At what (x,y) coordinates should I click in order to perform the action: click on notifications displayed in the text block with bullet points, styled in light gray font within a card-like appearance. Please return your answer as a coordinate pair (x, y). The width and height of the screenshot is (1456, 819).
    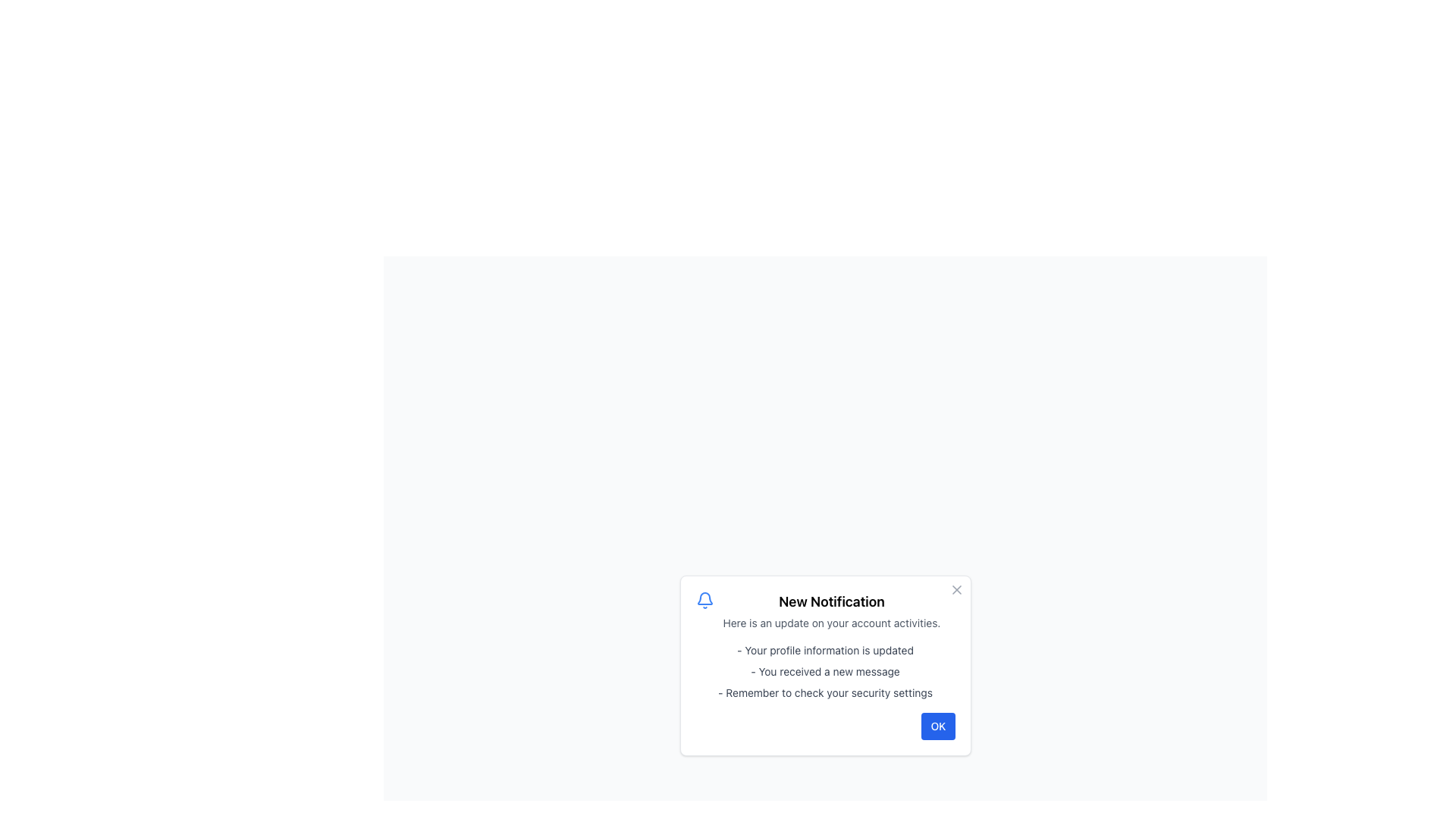
    Looking at the image, I should click on (824, 671).